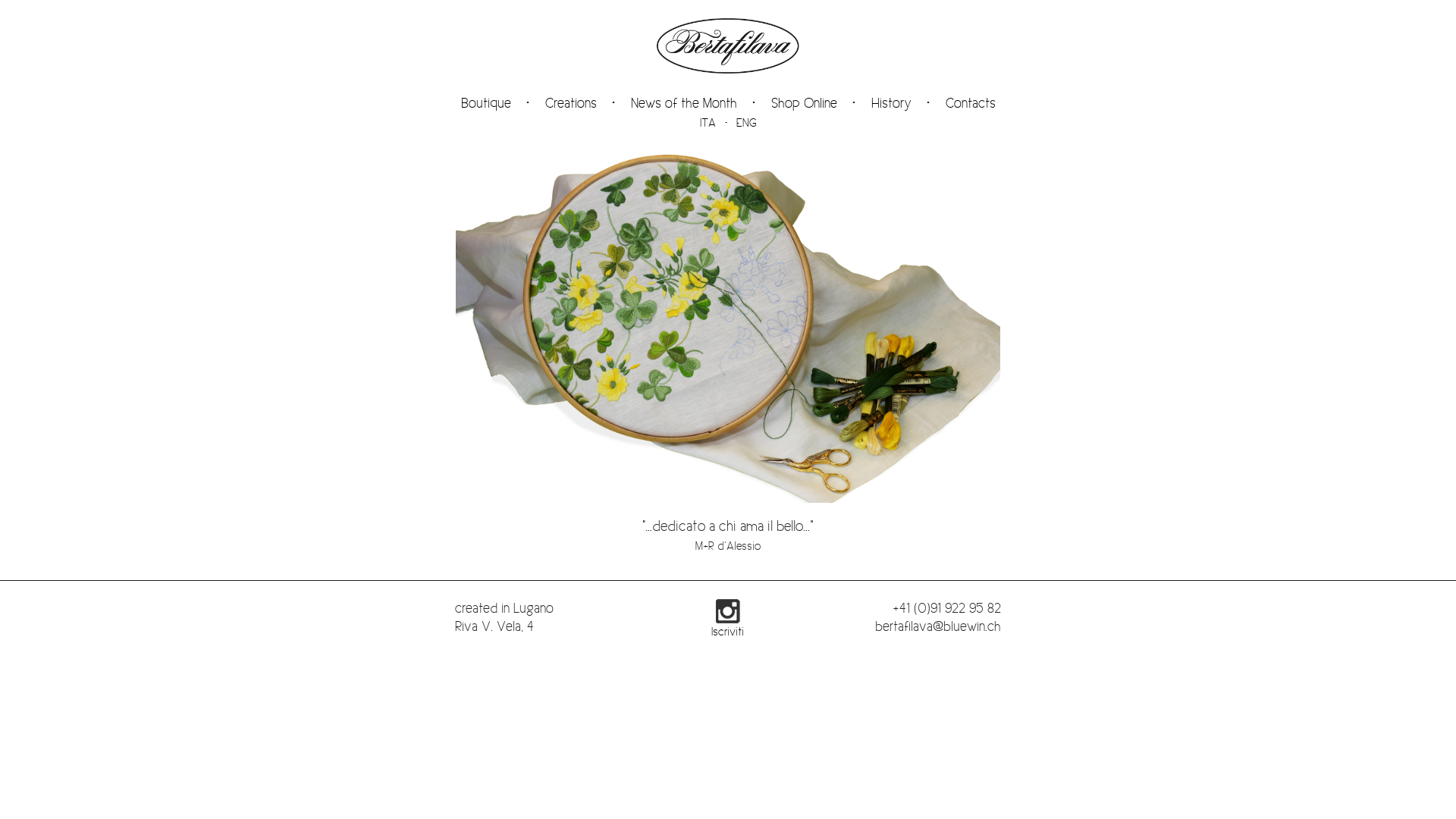 Image resolution: width=1456 pixels, height=819 pixels. What do you see at coordinates (735, 122) in the screenshot?
I see `'ENG'` at bounding box center [735, 122].